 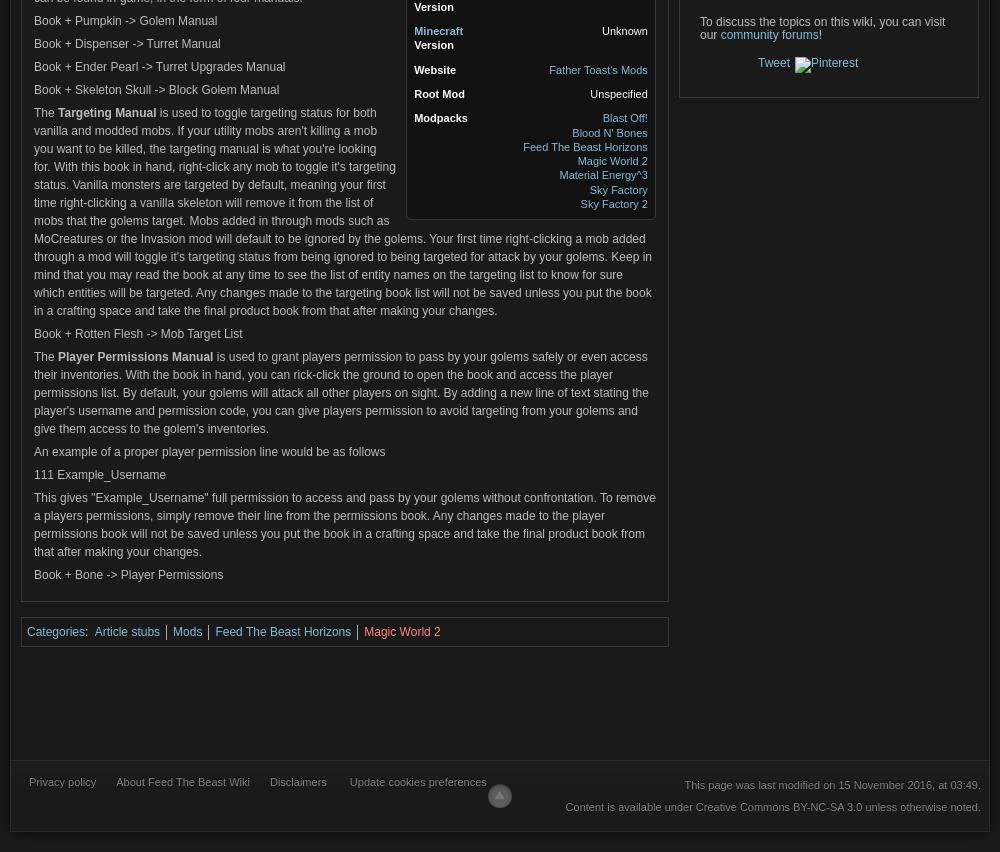 What do you see at coordinates (182, 781) in the screenshot?
I see `'About Feed The Beast Wiki'` at bounding box center [182, 781].